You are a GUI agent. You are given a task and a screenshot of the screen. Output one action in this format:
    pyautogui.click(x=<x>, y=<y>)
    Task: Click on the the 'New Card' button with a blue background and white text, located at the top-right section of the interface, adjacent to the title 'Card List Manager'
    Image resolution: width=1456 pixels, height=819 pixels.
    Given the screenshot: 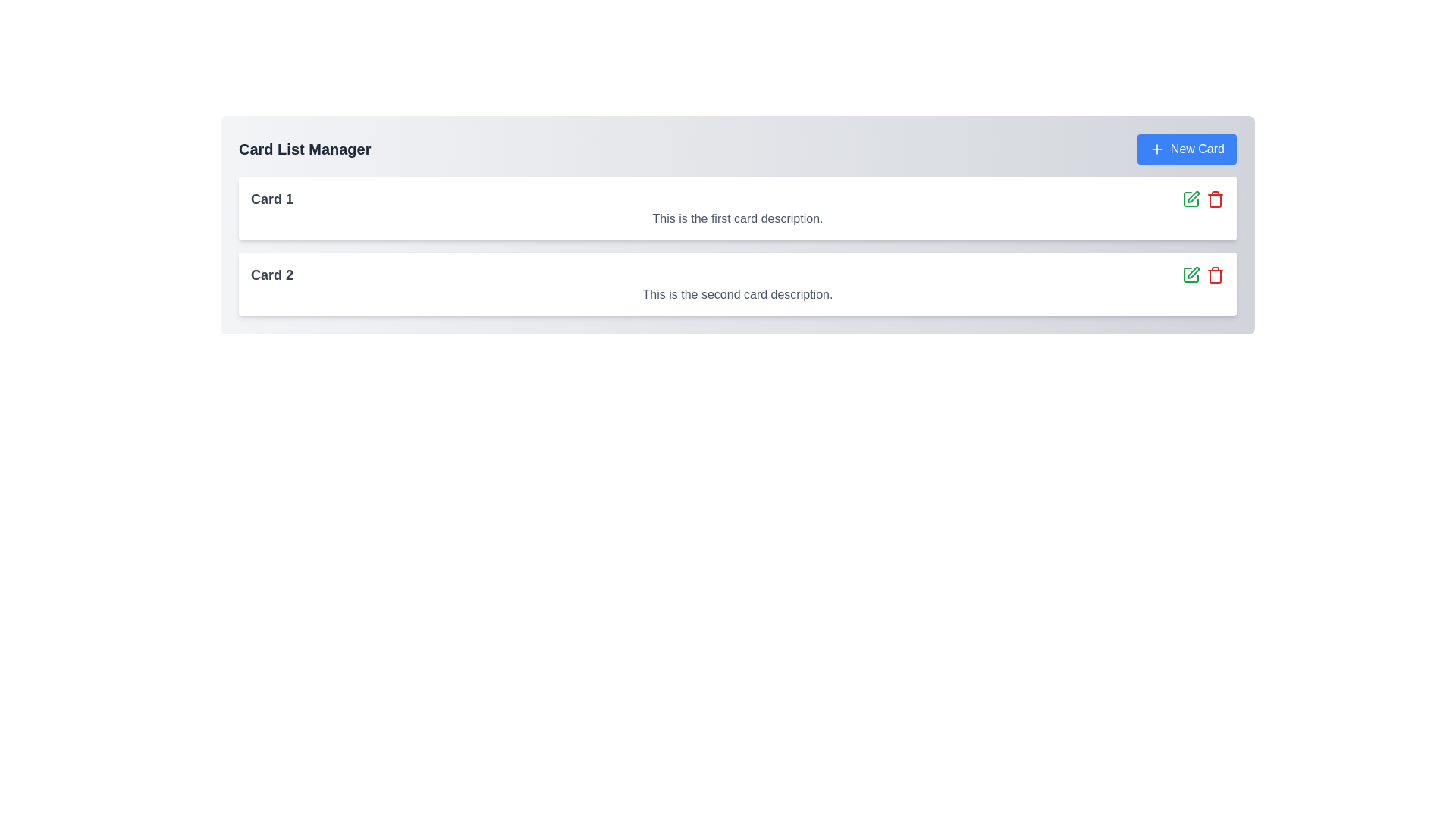 What is the action you would take?
    pyautogui.click(x=1186, y=149)
    